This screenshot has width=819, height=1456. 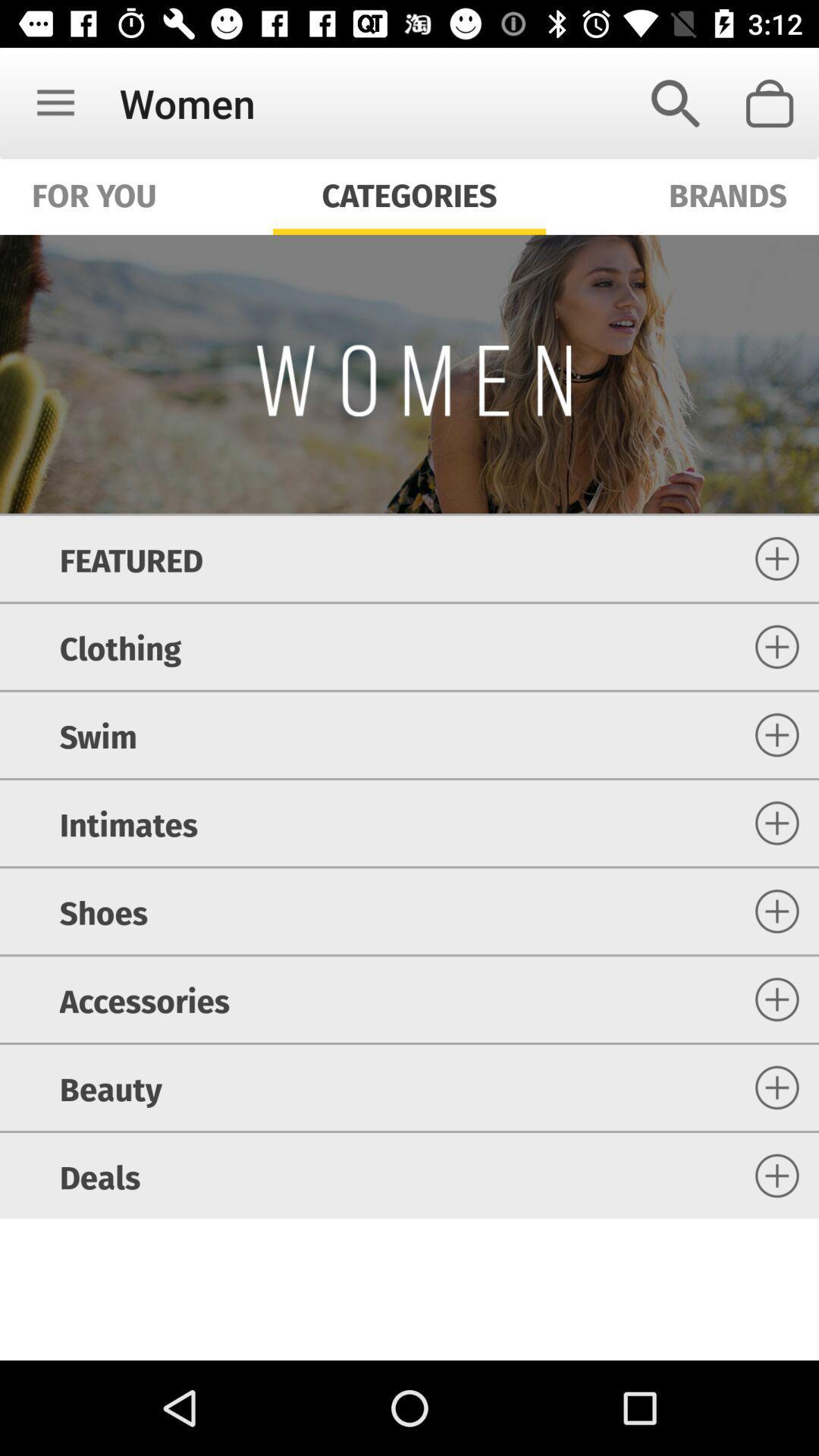 I want to click on for you item, so click(x=94, y=193).